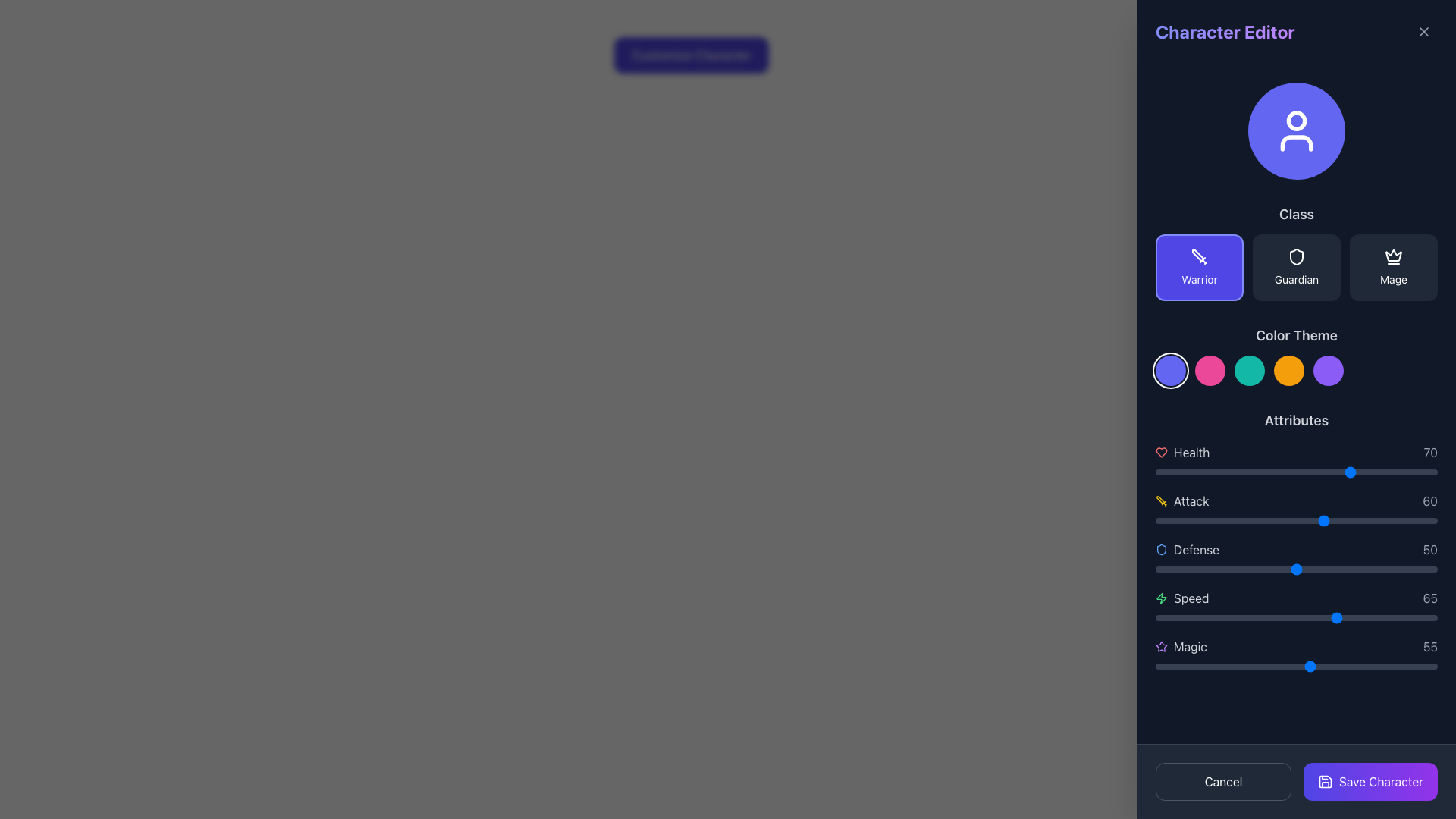 The height and width of the screenshot is (819, 1456). I want to click on the 'Cancel' button, which displays the text in bold with rounded borders and a dark background, to observe its color change, so click(1223, 781).